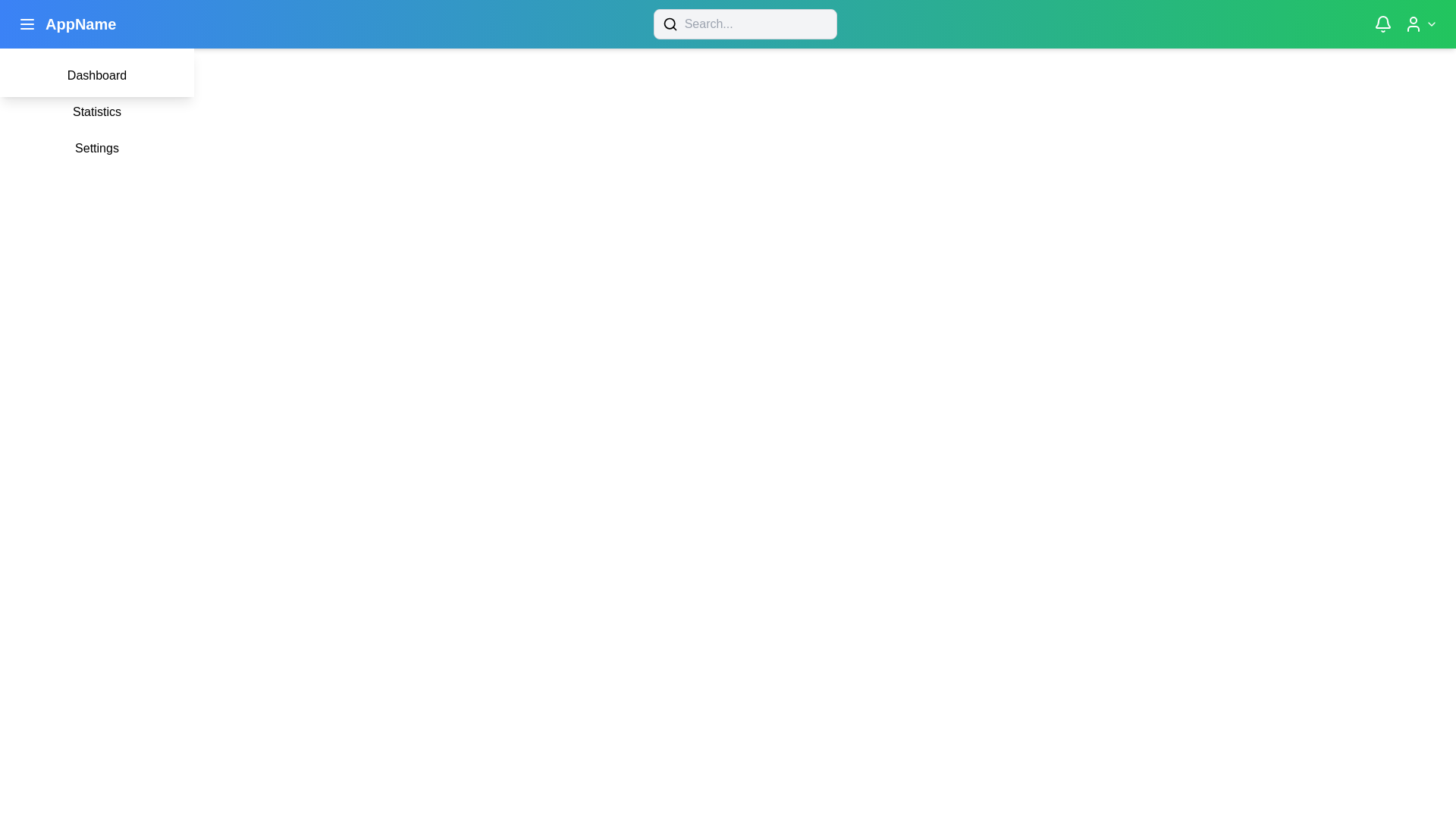  I want to click on the search input field located at the center of the top navigation bar, which is positioned between the application logo and user-related icons, so click(745, 24).